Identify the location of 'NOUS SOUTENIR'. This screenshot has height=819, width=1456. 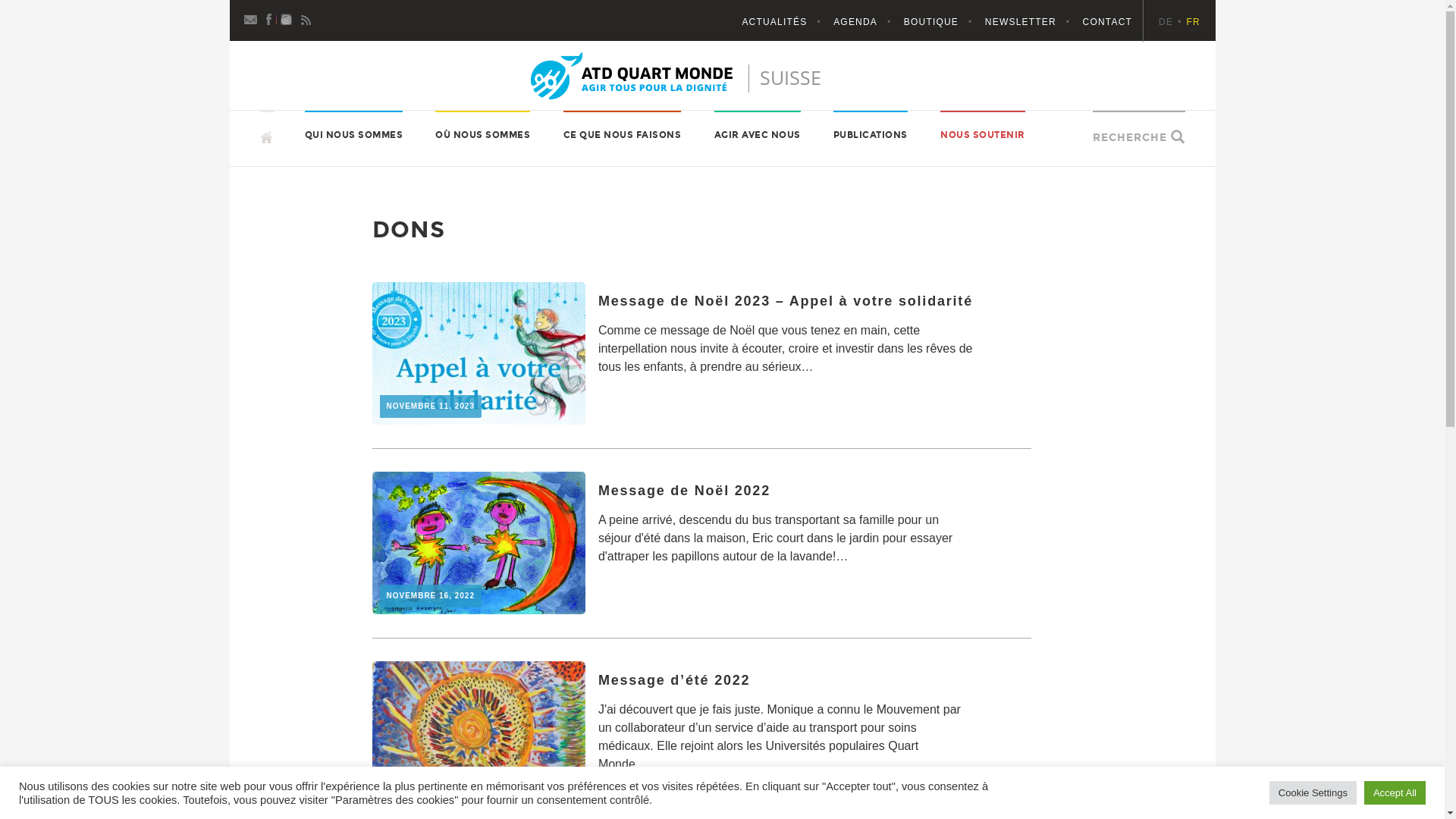
(983, 133).